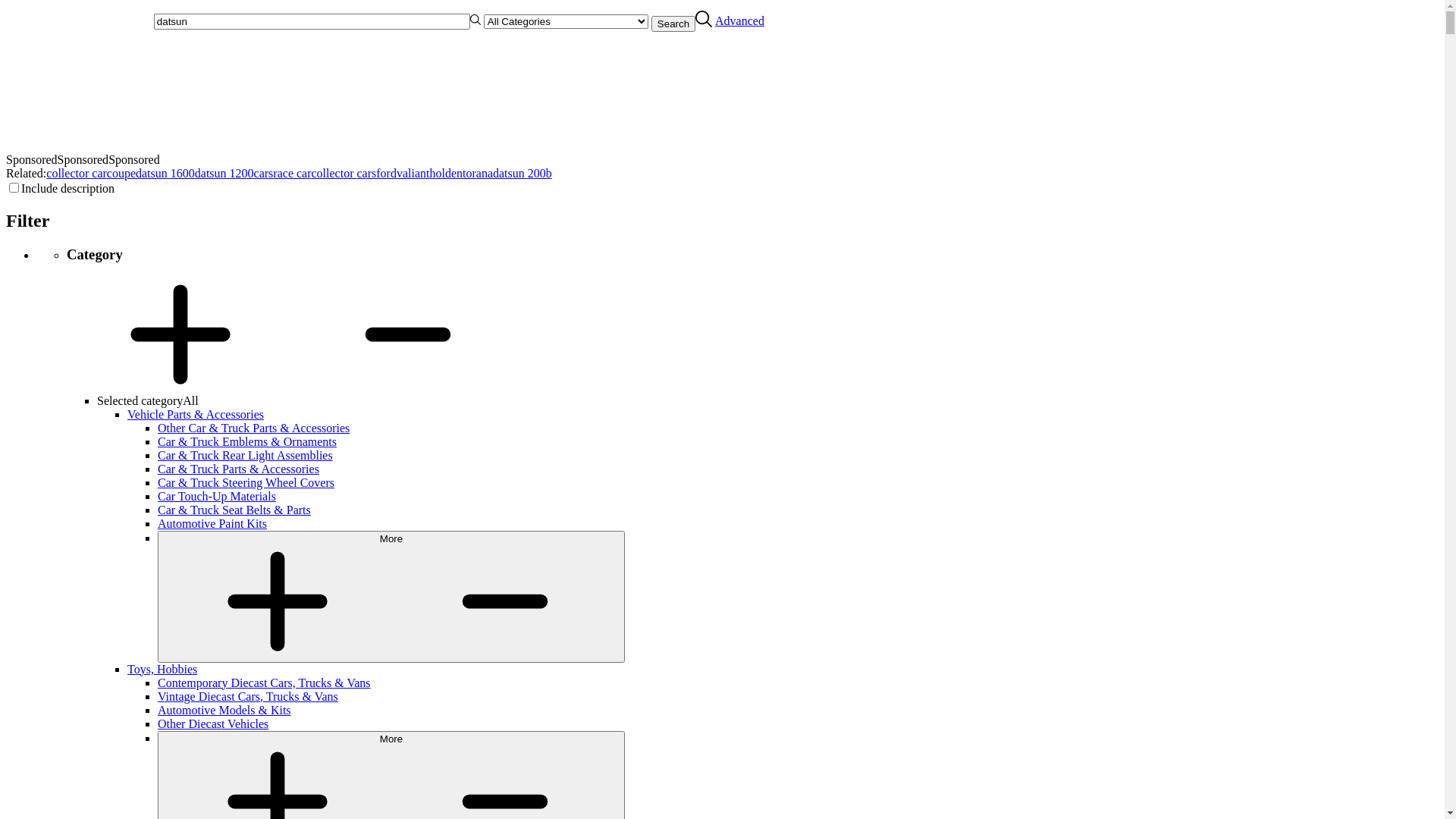  Describe the element at coordinates (413, 172) in the screenshot. I see `'valiant'` at that location.